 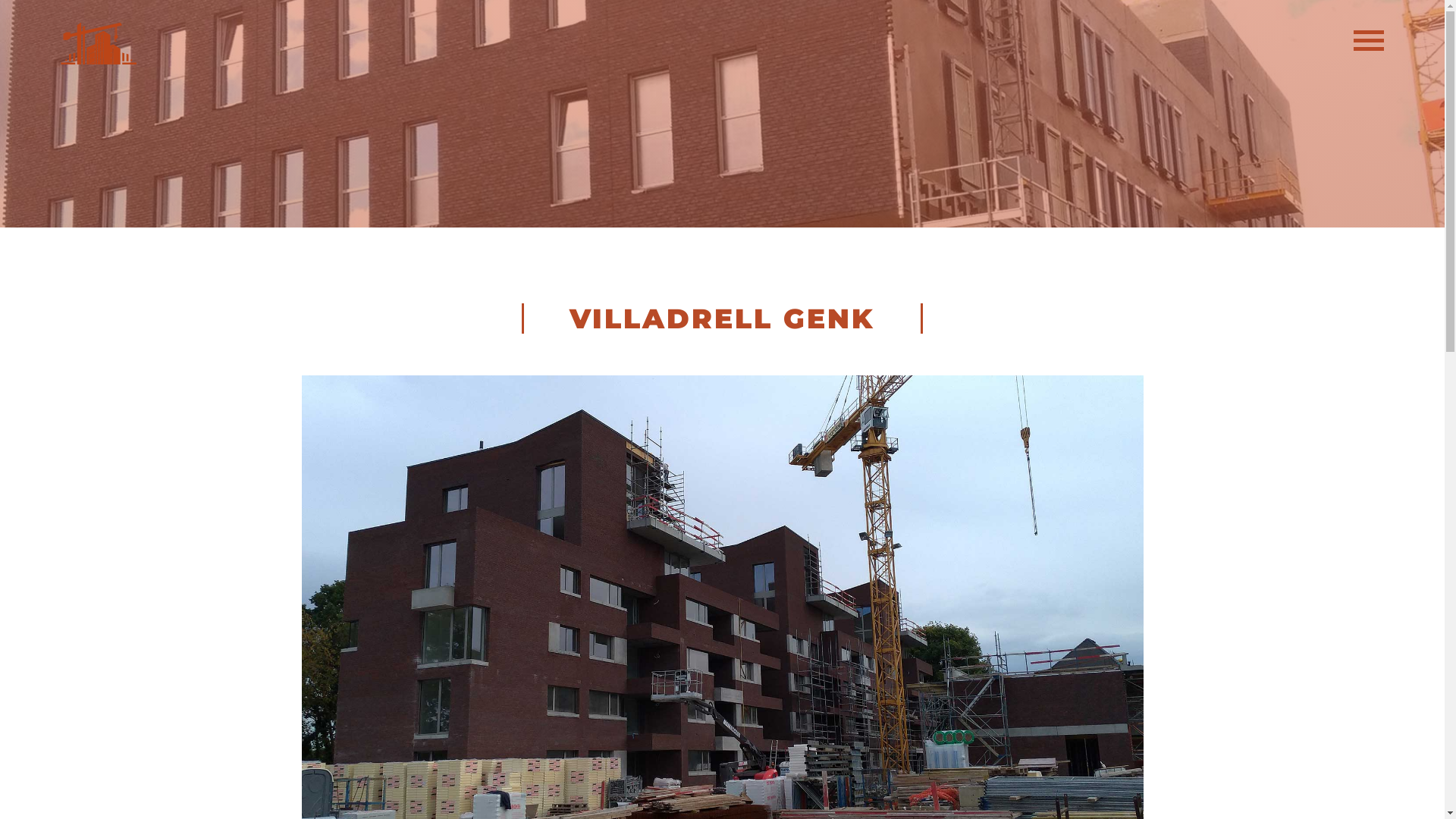 I want to click on 'hamburger menu', so click(x=1354, y=45).